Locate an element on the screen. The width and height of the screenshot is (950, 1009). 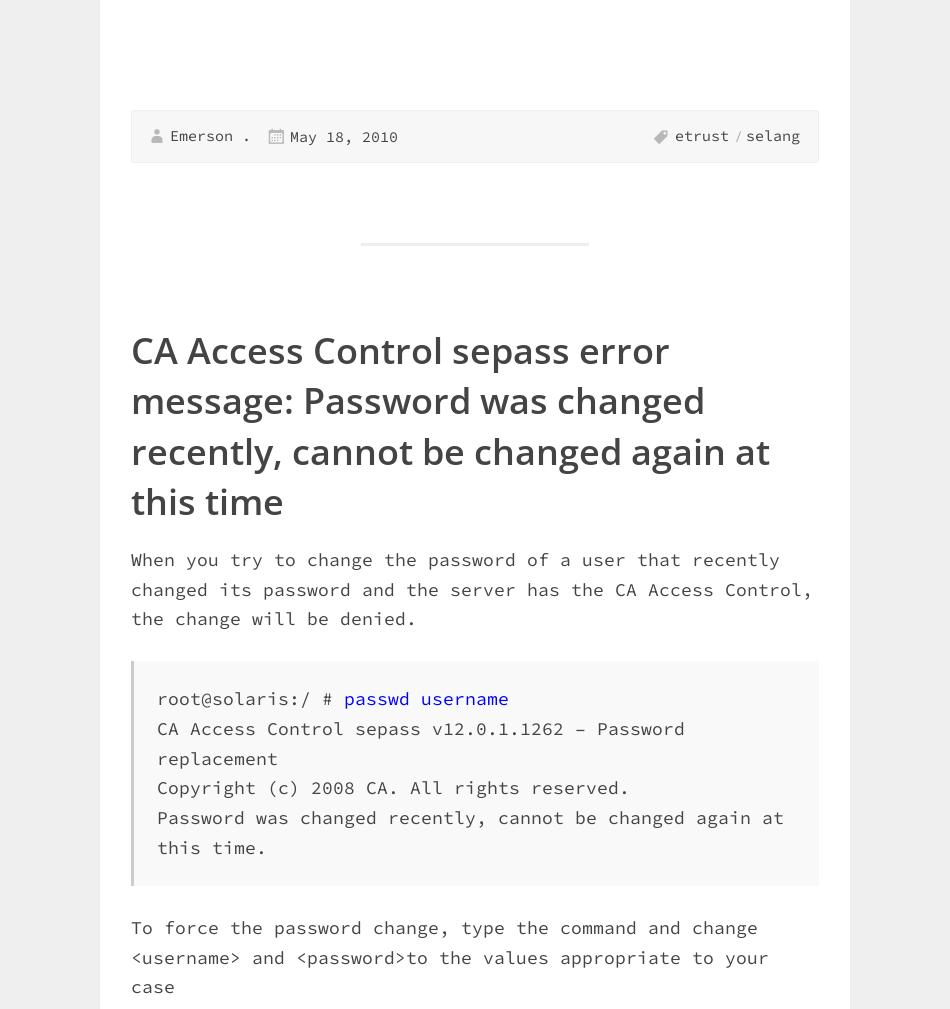
'May 18, 2010' is located at coordinates (342, 134).